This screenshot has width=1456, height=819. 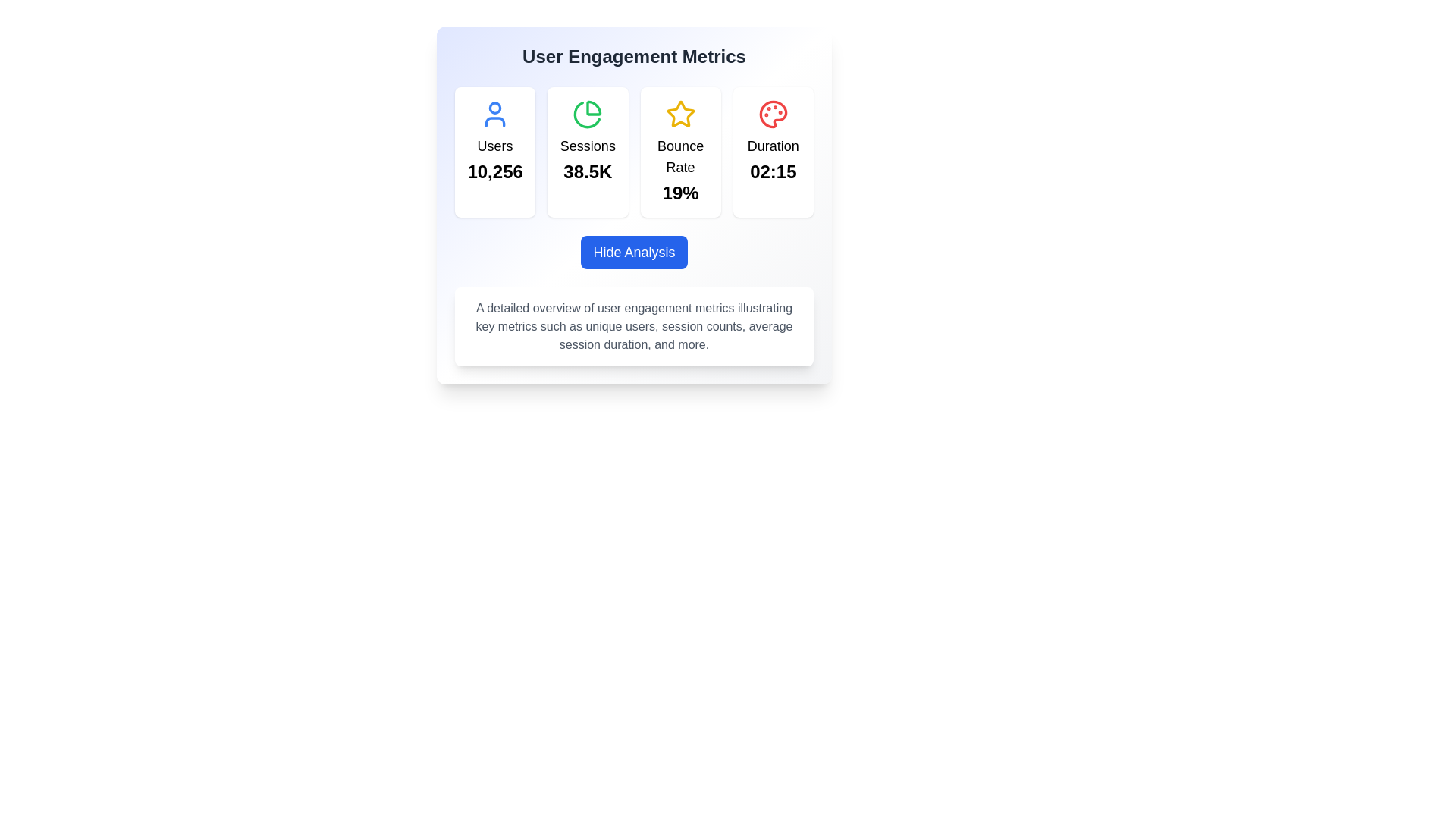 I want to click on the red palette icon located at the top-right corner of the 'Duration' card, which is part of the 'User Engagement Metrics' section, so click(x=773, y=113).